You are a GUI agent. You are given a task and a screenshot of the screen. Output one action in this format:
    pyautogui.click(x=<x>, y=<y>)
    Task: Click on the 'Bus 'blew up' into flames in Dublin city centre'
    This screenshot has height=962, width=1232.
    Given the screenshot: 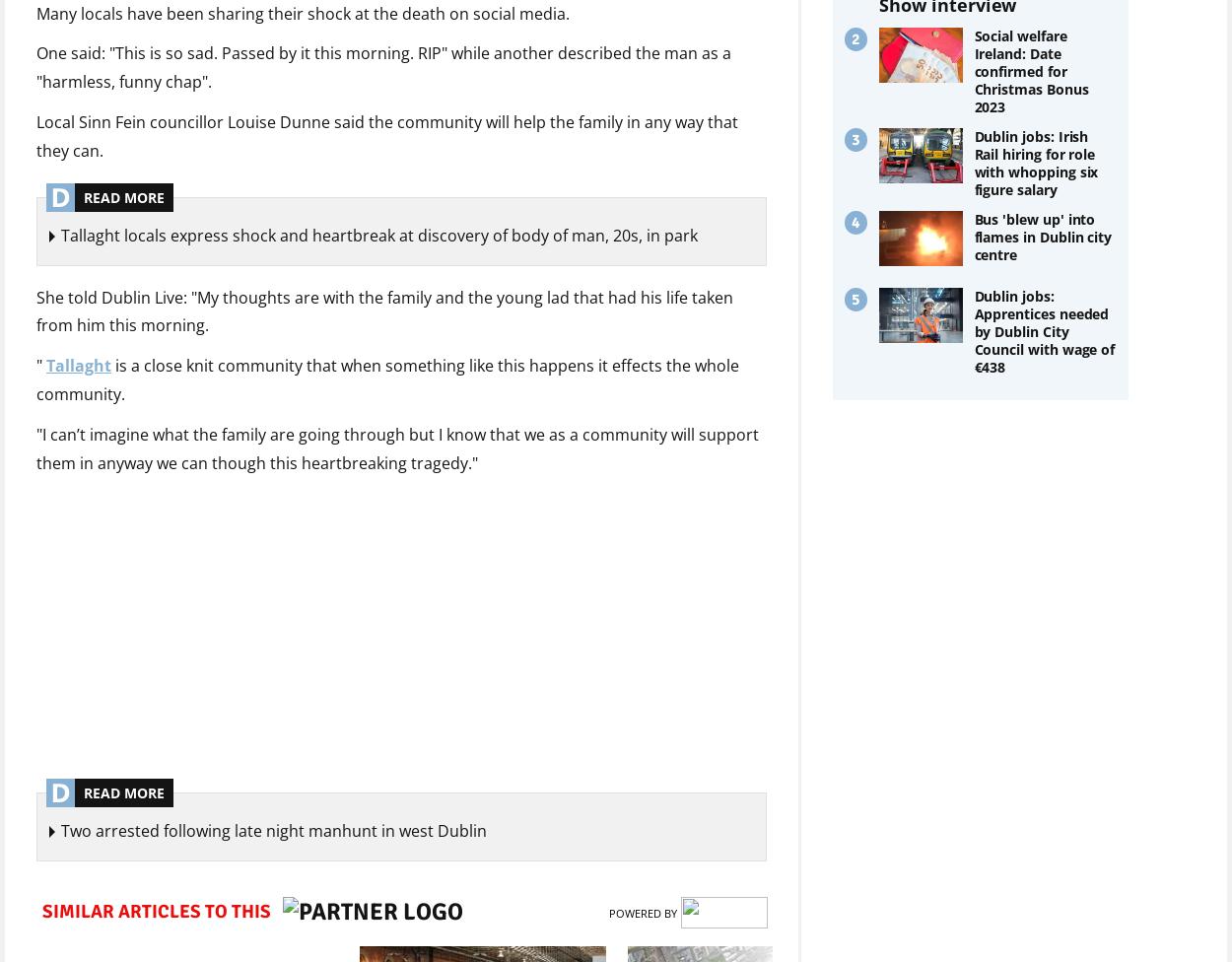 What is the action you would take?
    pyautogui.click(x=1043, y=236)
    